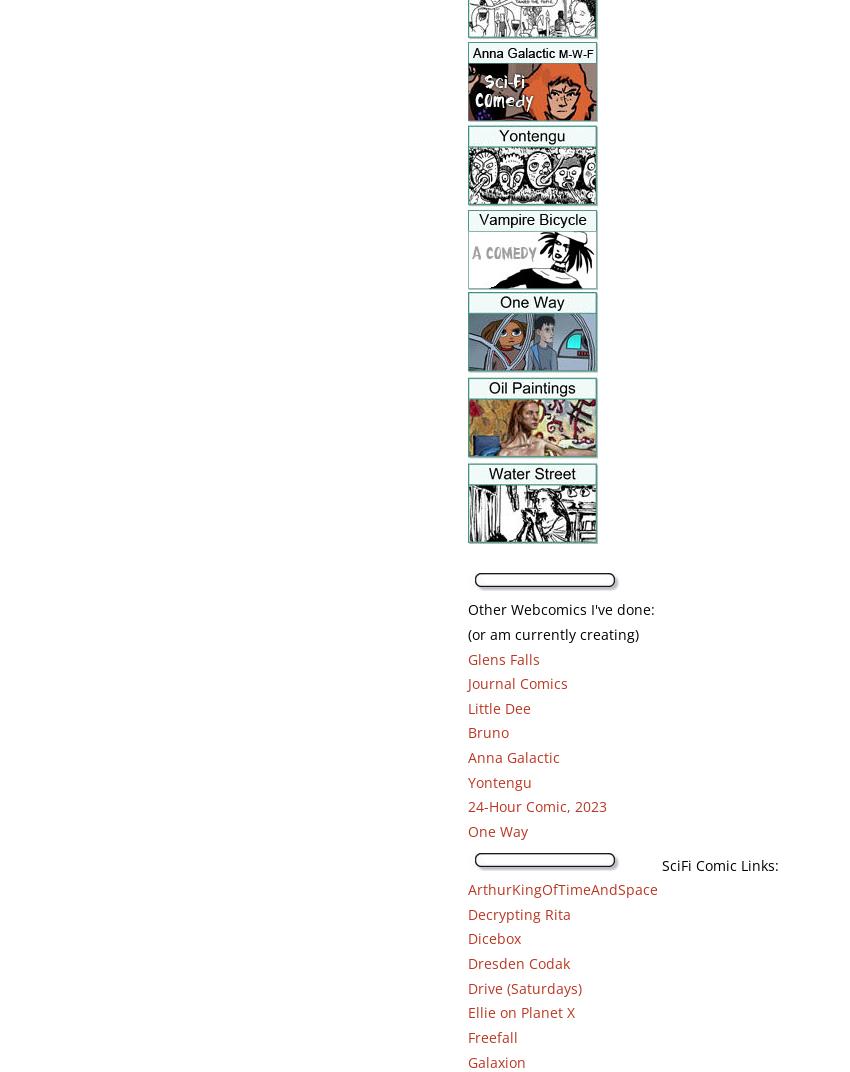 This screenshot has height=1072, width=850. Describe the element at coordinates (511, 757) in the screenshot. I see `'Anna Galactic'` at that location.